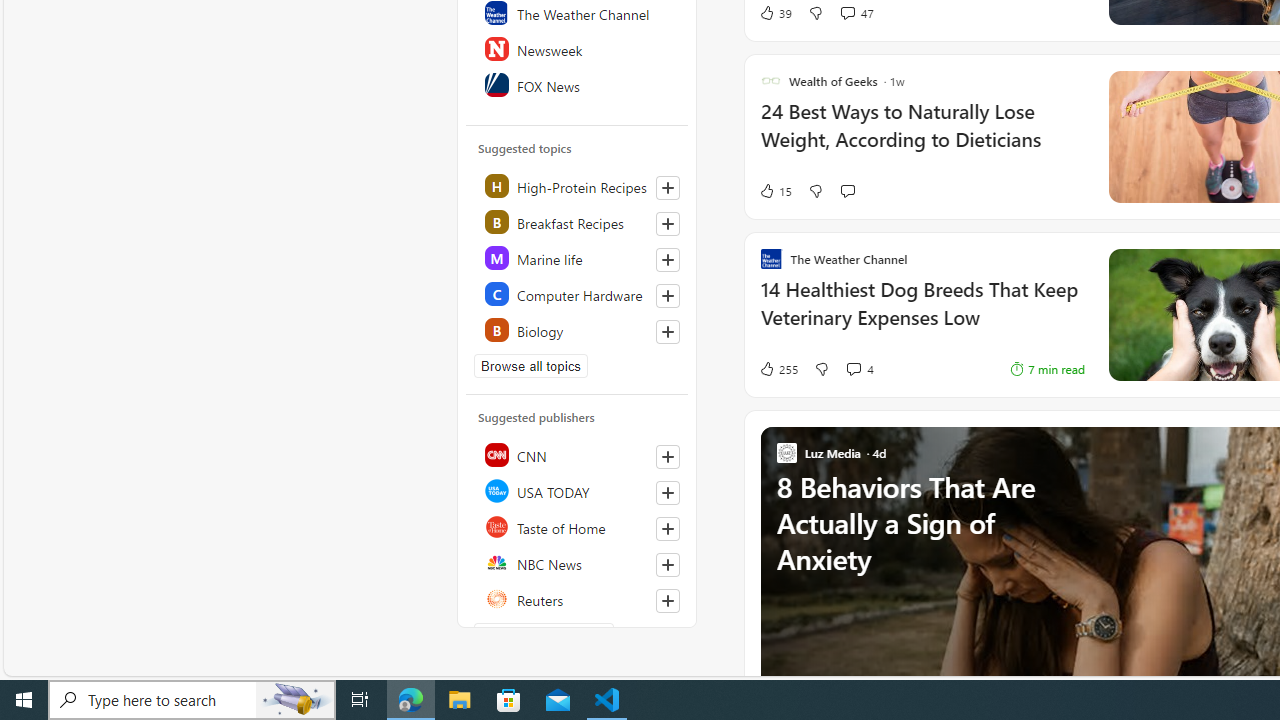 This screenshot has height=720, width=1280. Describe the element at coordinates (577, 598) in the screenshot. I see `'Reuters'` at that location.